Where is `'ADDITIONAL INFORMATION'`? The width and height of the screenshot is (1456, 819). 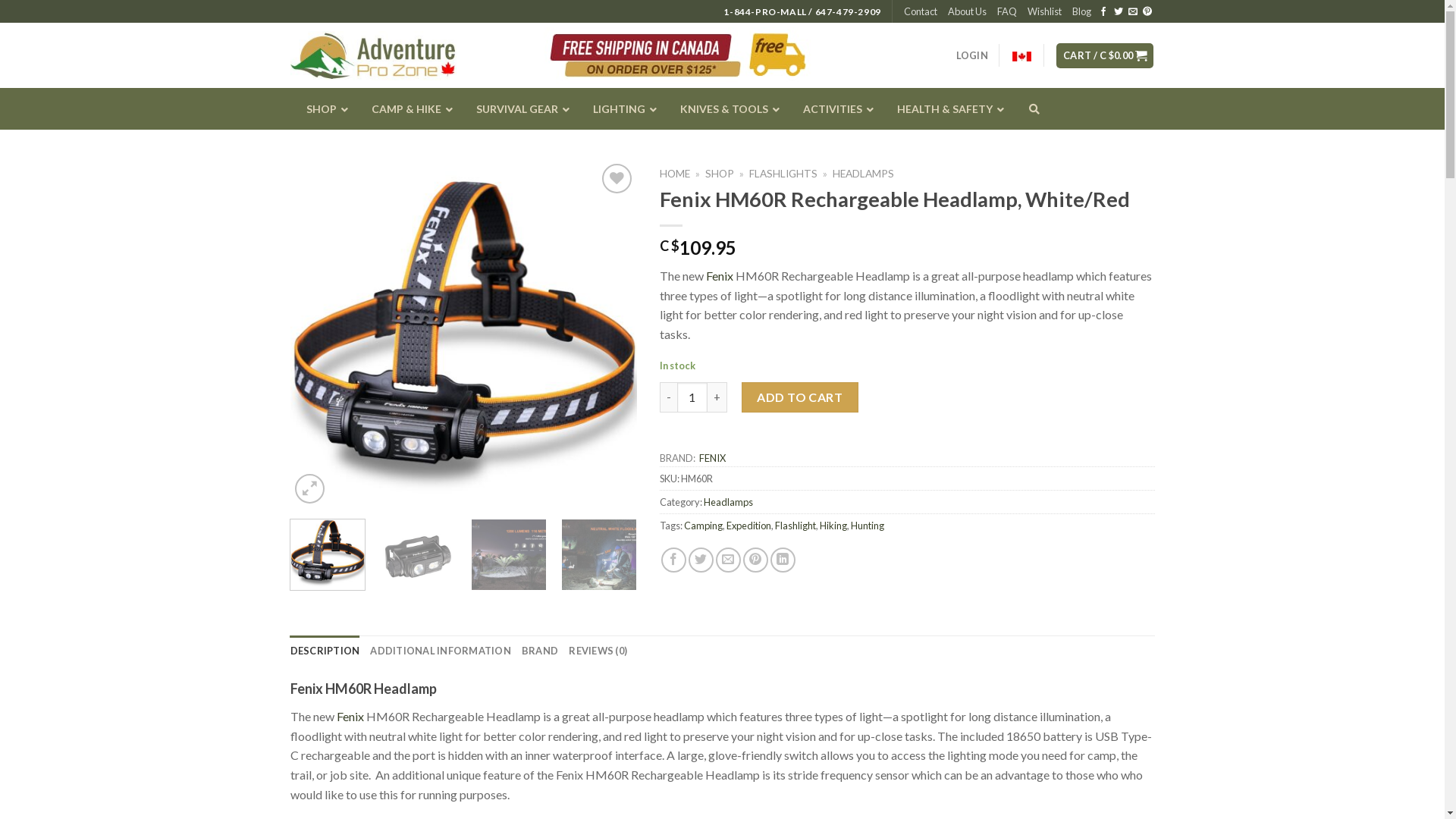
'ADDITIONAL INFORMATION' is located at coordinates (370, 649).